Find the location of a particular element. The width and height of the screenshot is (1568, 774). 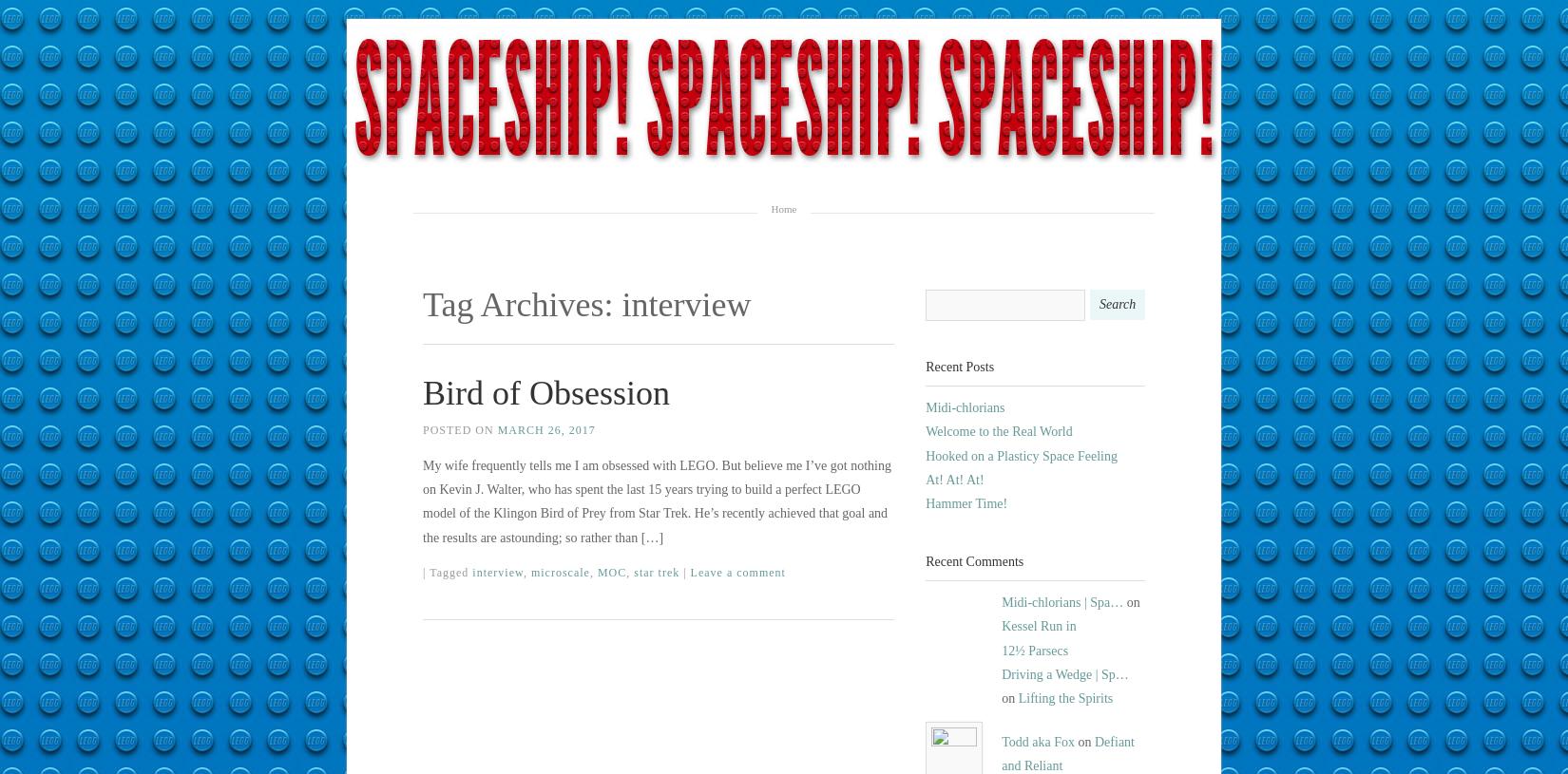

'microscale' is located at coordinates (559, 571).